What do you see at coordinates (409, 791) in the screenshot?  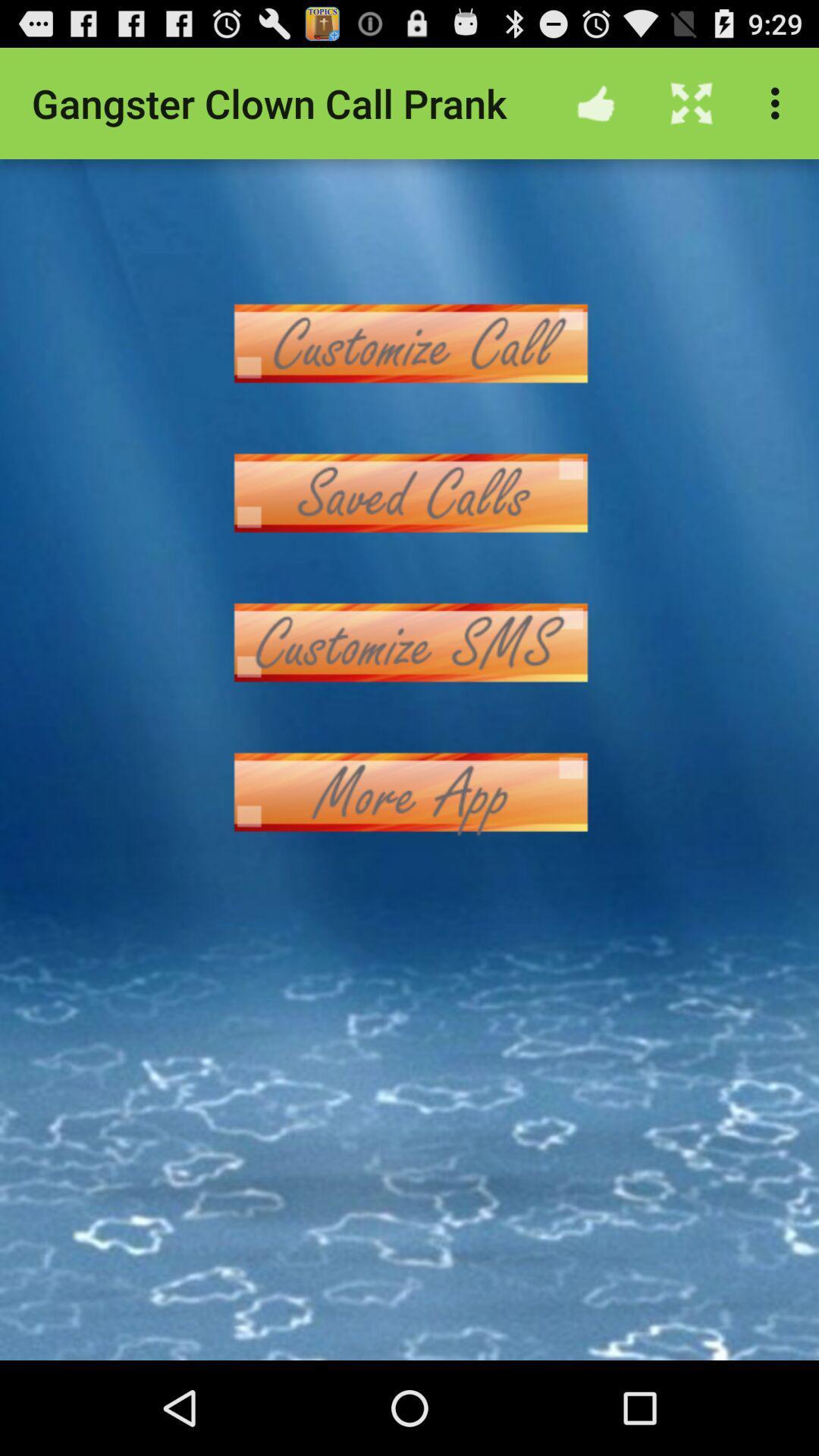 I see `open more app` at bounding box center [409, 791].